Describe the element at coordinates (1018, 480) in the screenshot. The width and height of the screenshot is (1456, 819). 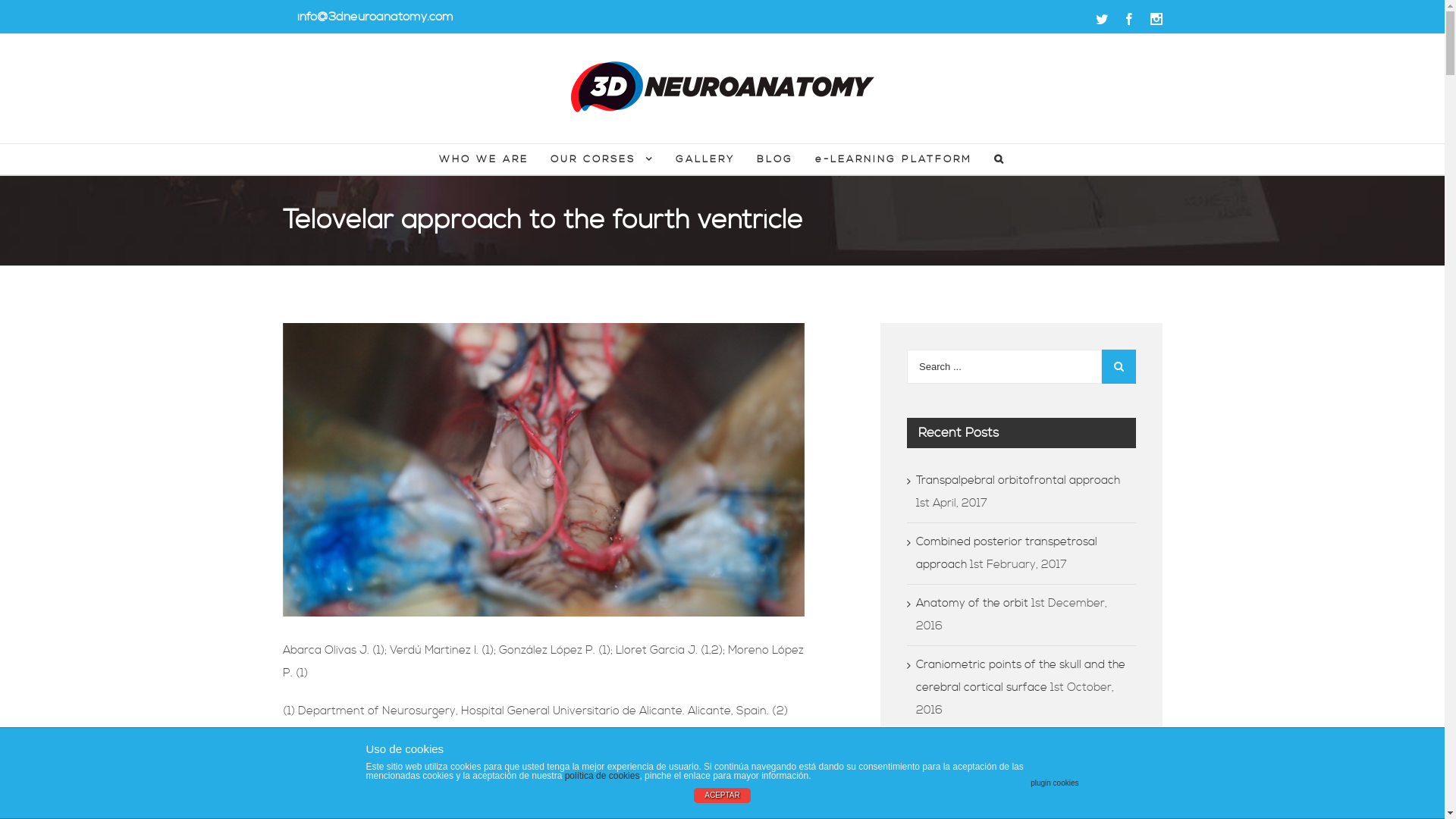
I see `'Transpalpebral orbitofrontal approach'` at that location.